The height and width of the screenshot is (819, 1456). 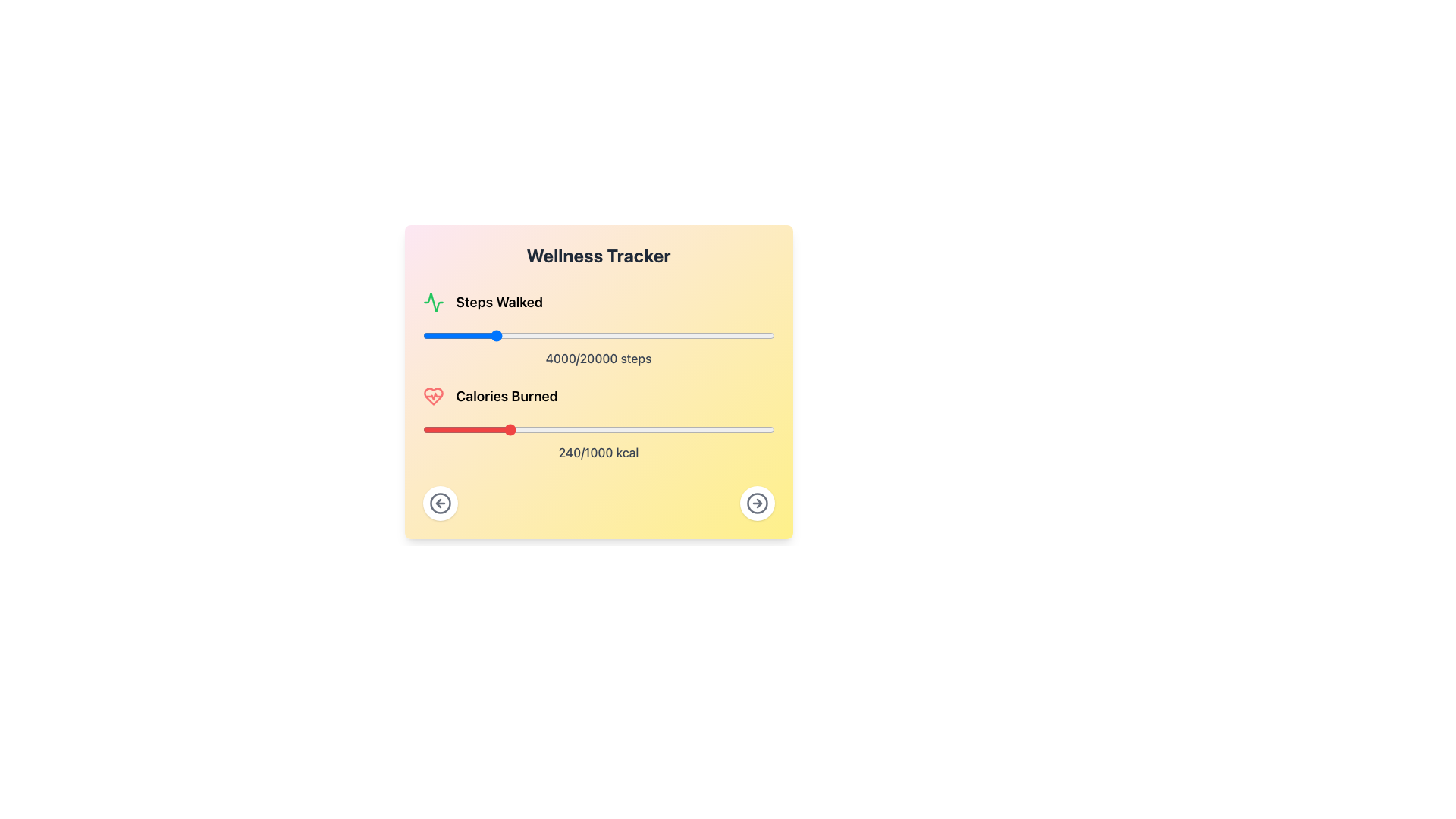 What do you see at coordinates (514, 335) in the screenshot?
I see `the steps walked` at bounding box center [514, 335].